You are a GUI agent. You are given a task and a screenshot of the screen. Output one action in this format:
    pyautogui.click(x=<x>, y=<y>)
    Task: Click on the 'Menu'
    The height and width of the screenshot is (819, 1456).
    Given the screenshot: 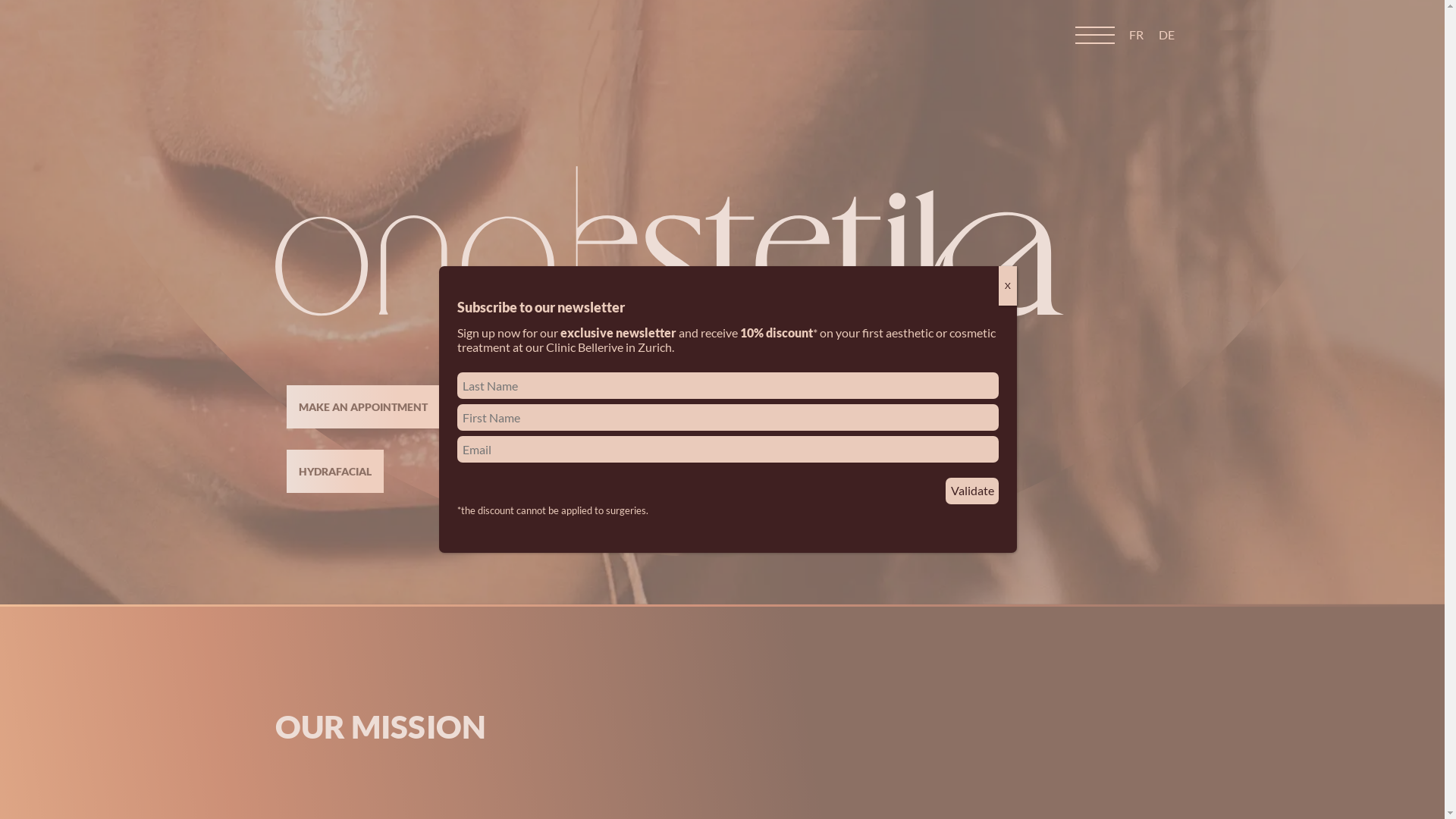 What is the action you would take?
    pyautogui.click(x=1095, y=34)
    